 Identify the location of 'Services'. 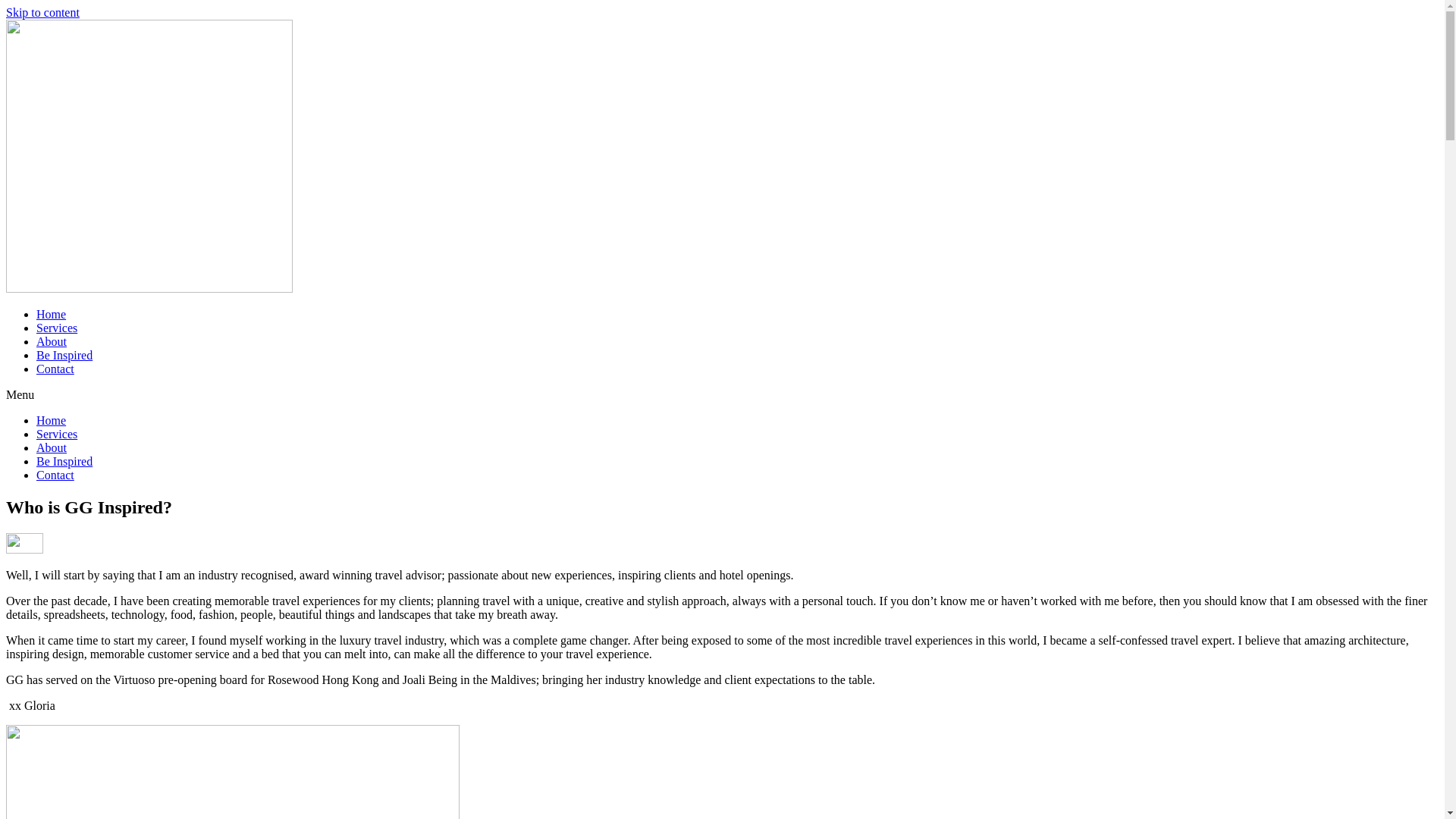
(57, 327).